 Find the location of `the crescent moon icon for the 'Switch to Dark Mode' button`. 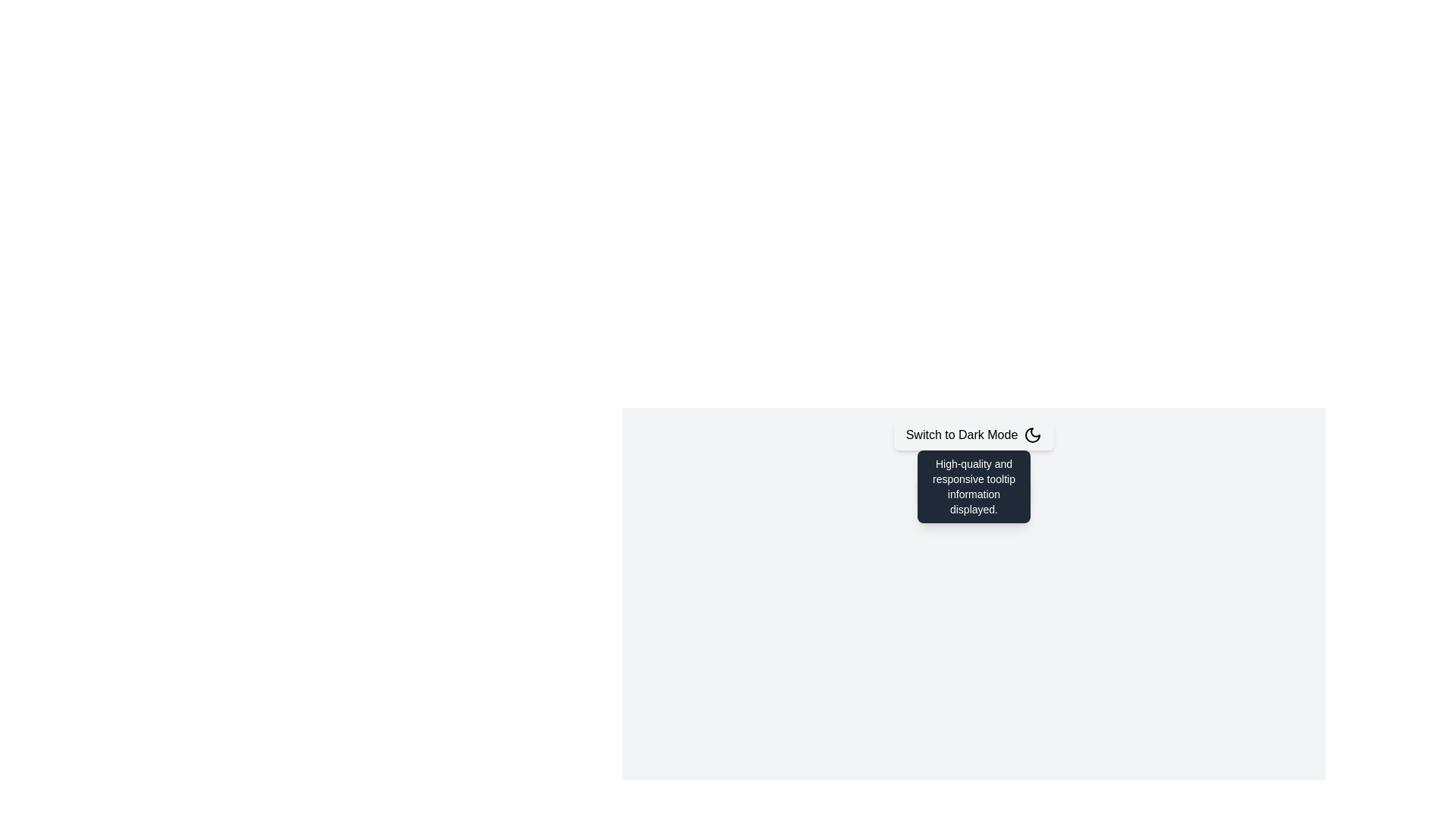

the crescent moon icon for the 'Switch to Dark Mode' button is located at coordinates (1032, 435).